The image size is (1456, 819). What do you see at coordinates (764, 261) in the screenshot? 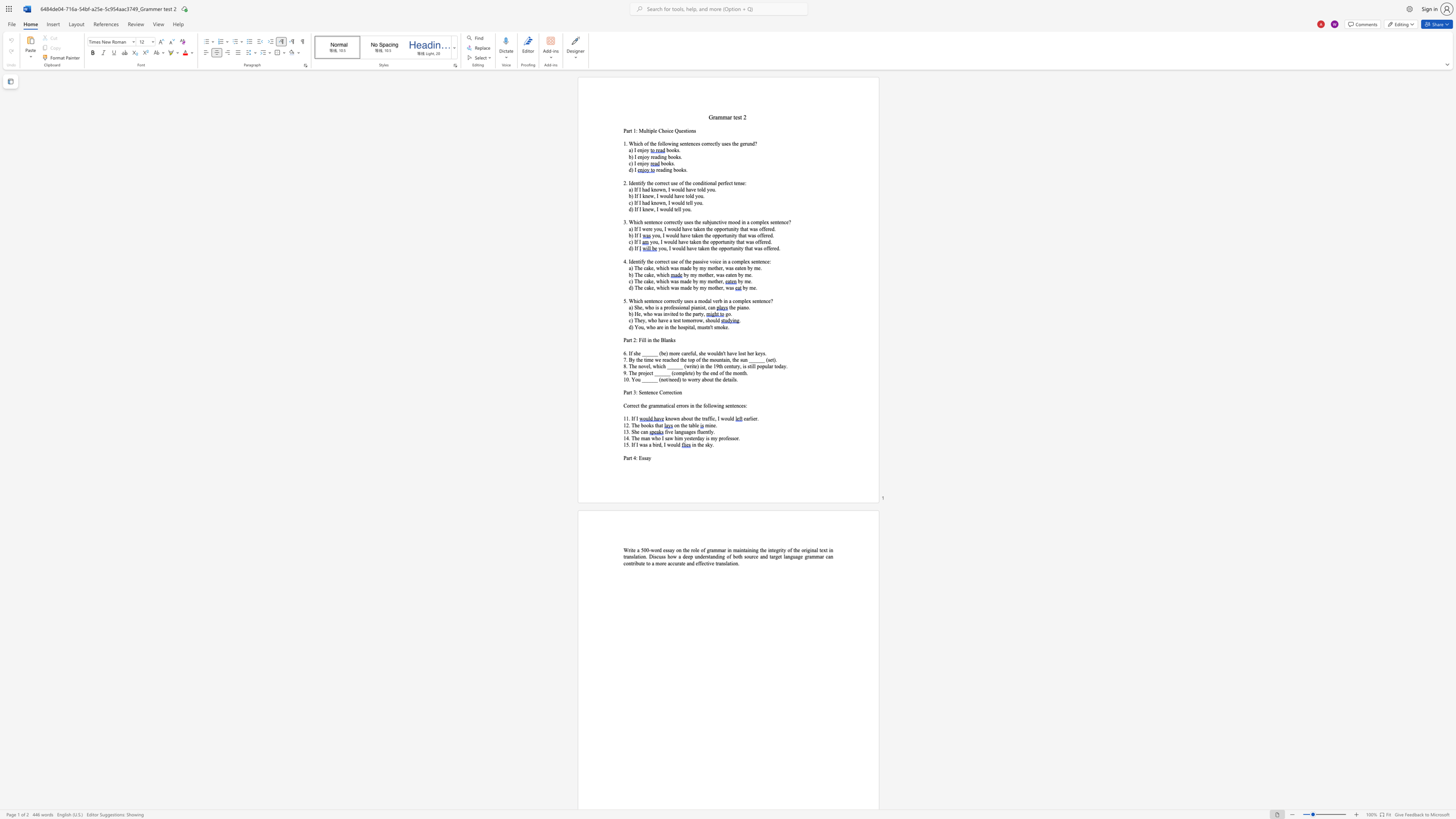
I see `the subset text "ce" within the text "the correct use of the passive voice in a complex sentence:"` at bounding box center [764, 261].